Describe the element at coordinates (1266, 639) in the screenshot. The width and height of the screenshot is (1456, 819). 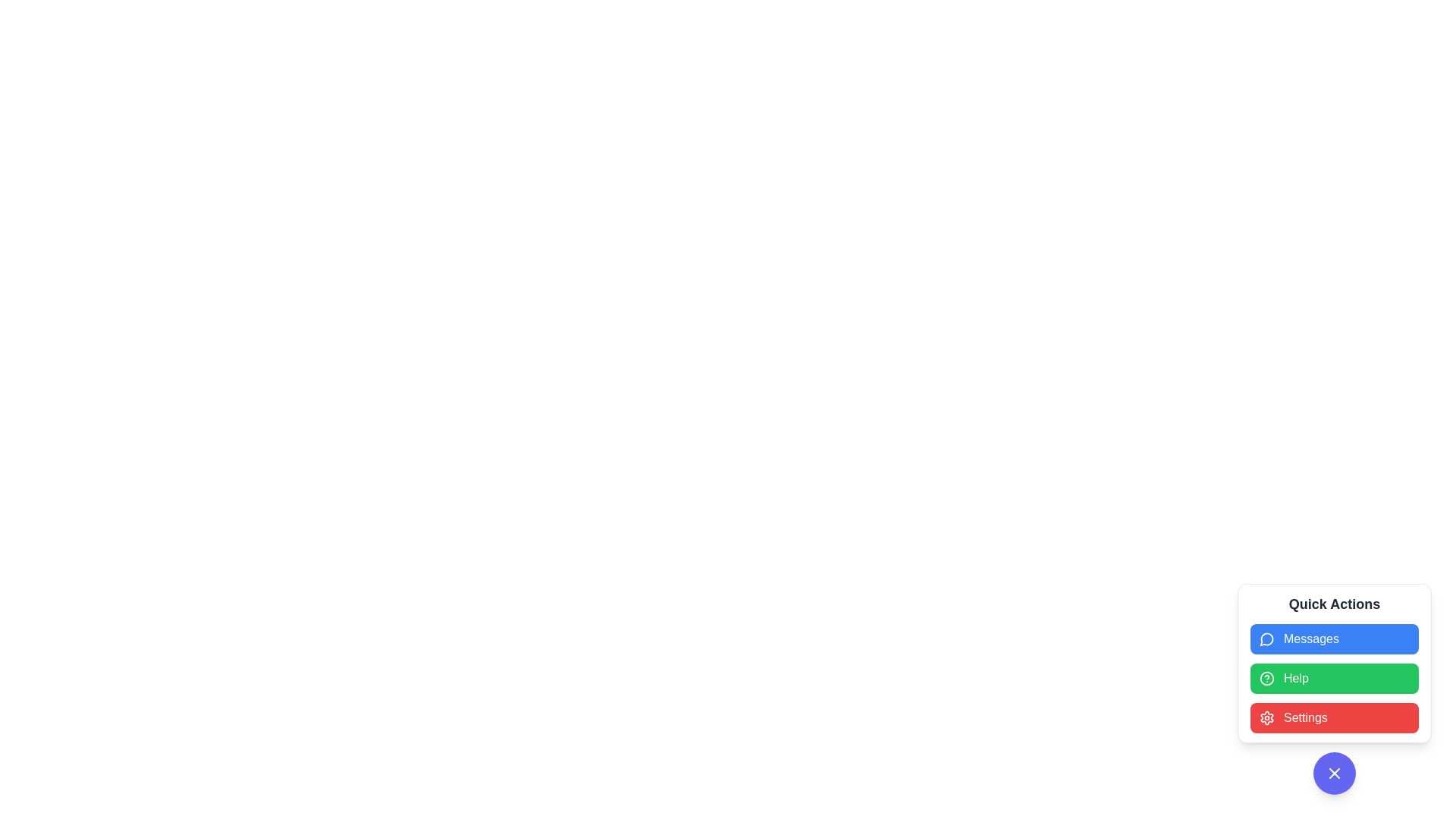
I see `the graphical icon representing the 'Messages' button, which is the first button in the stacked list of three buttons under 'Quick Actions.'` at that location.